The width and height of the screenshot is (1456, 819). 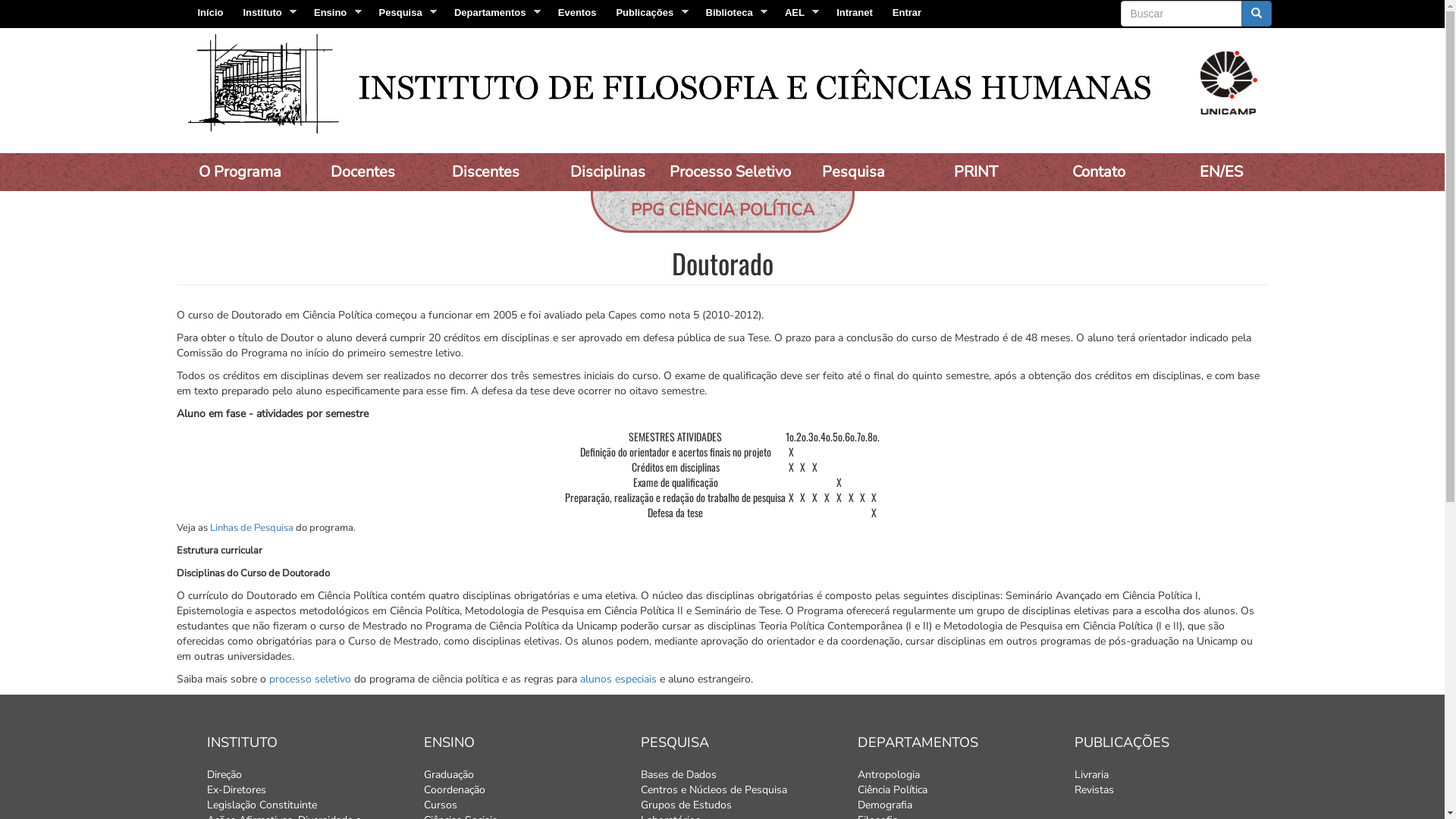 What do you see at coordinates (906, 12) in the screenshot?
I see `'Entrar'` at bounding box center [906, 12].